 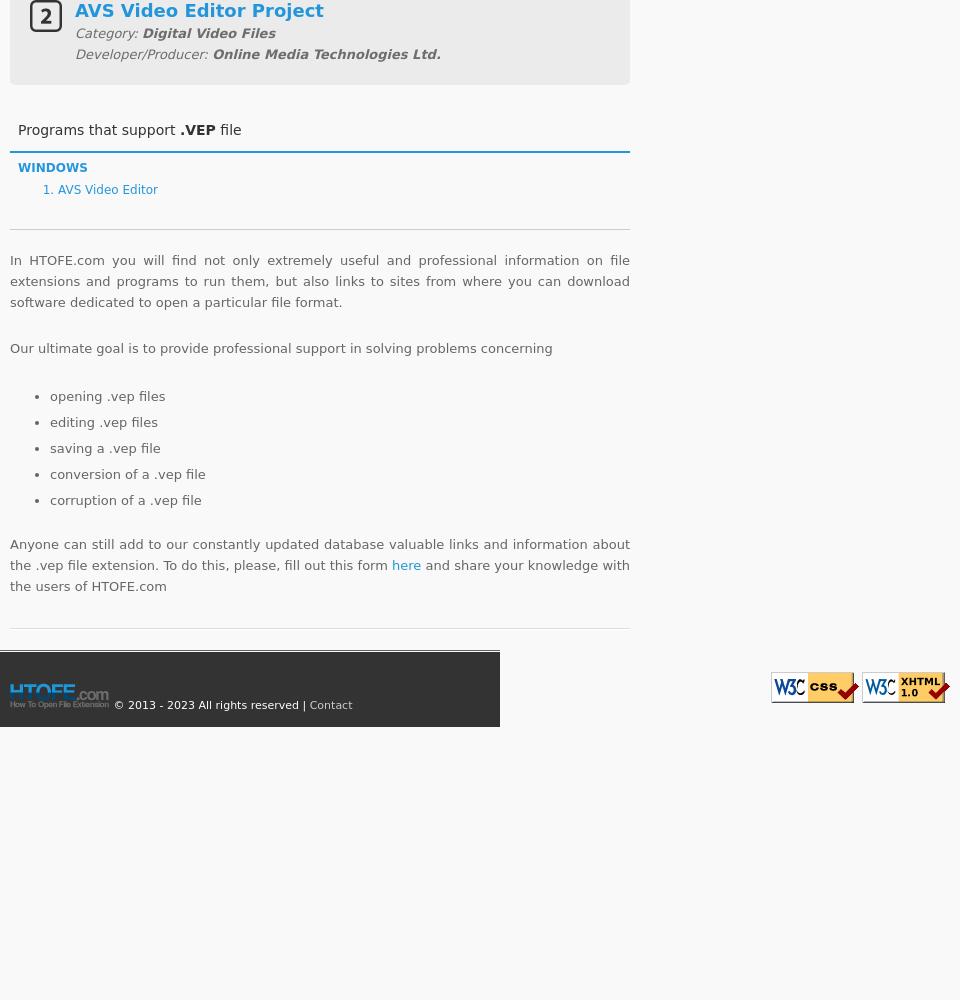 I want to click on 'and share your knowledge with the users of  HTOFE.com', so click(x=319, y=574).